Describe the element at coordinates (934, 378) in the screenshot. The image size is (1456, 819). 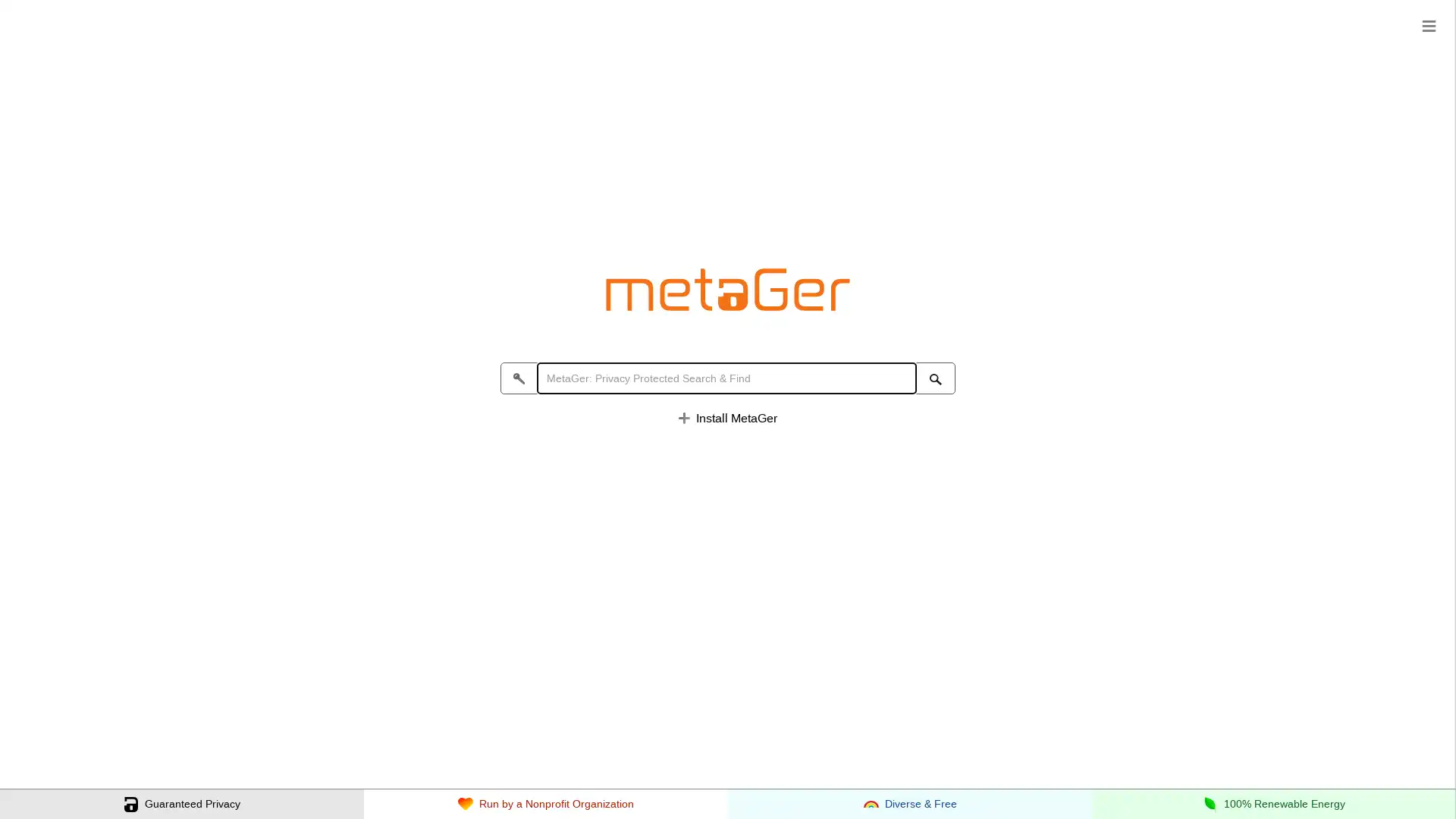
I see `MetaGer-Search` at that location.